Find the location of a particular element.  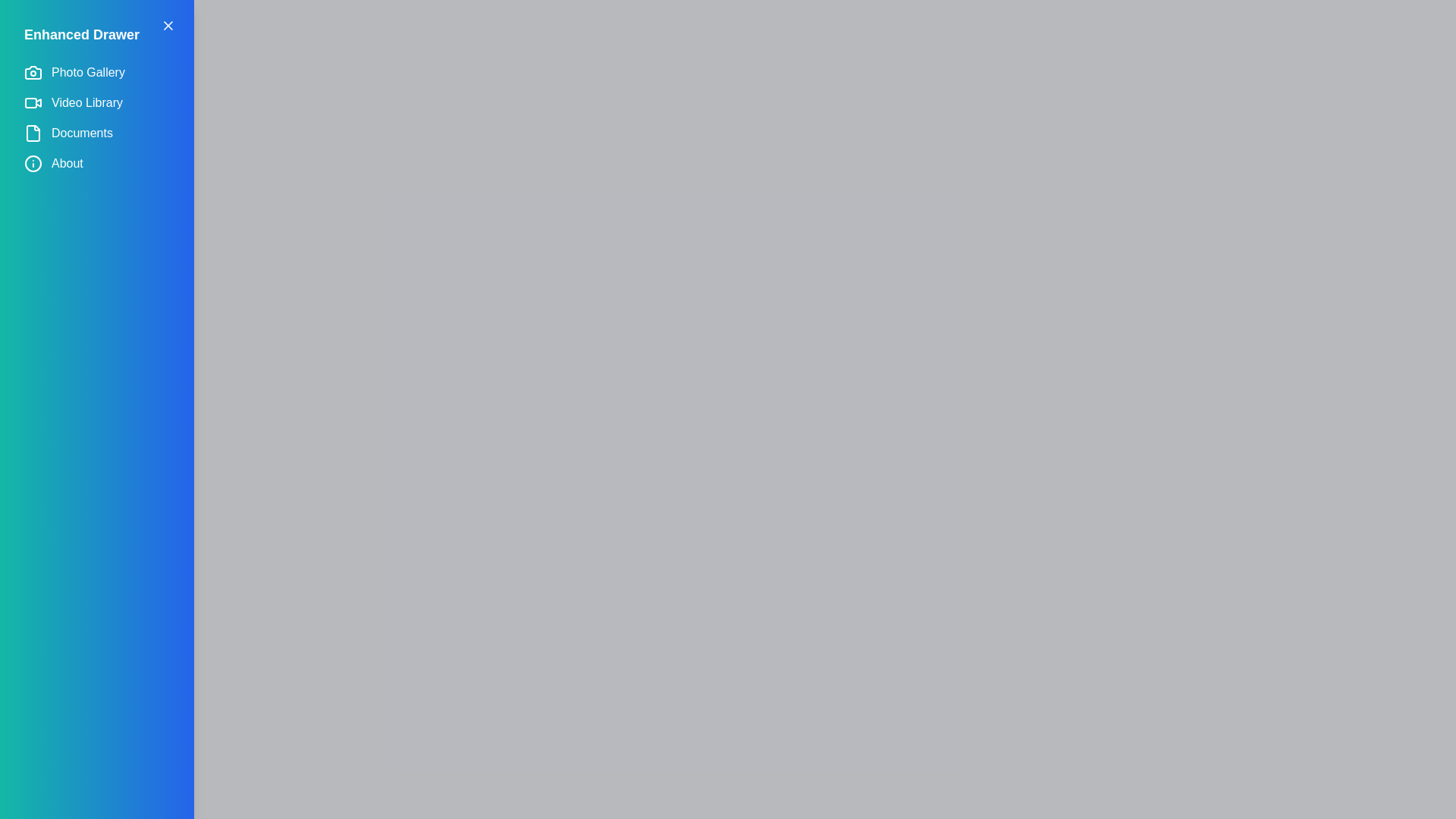

the 'About' icon located in the last row of the vertical navigation list, positioned at the far left and above the 'About' text is located at coordinates (33, 164).